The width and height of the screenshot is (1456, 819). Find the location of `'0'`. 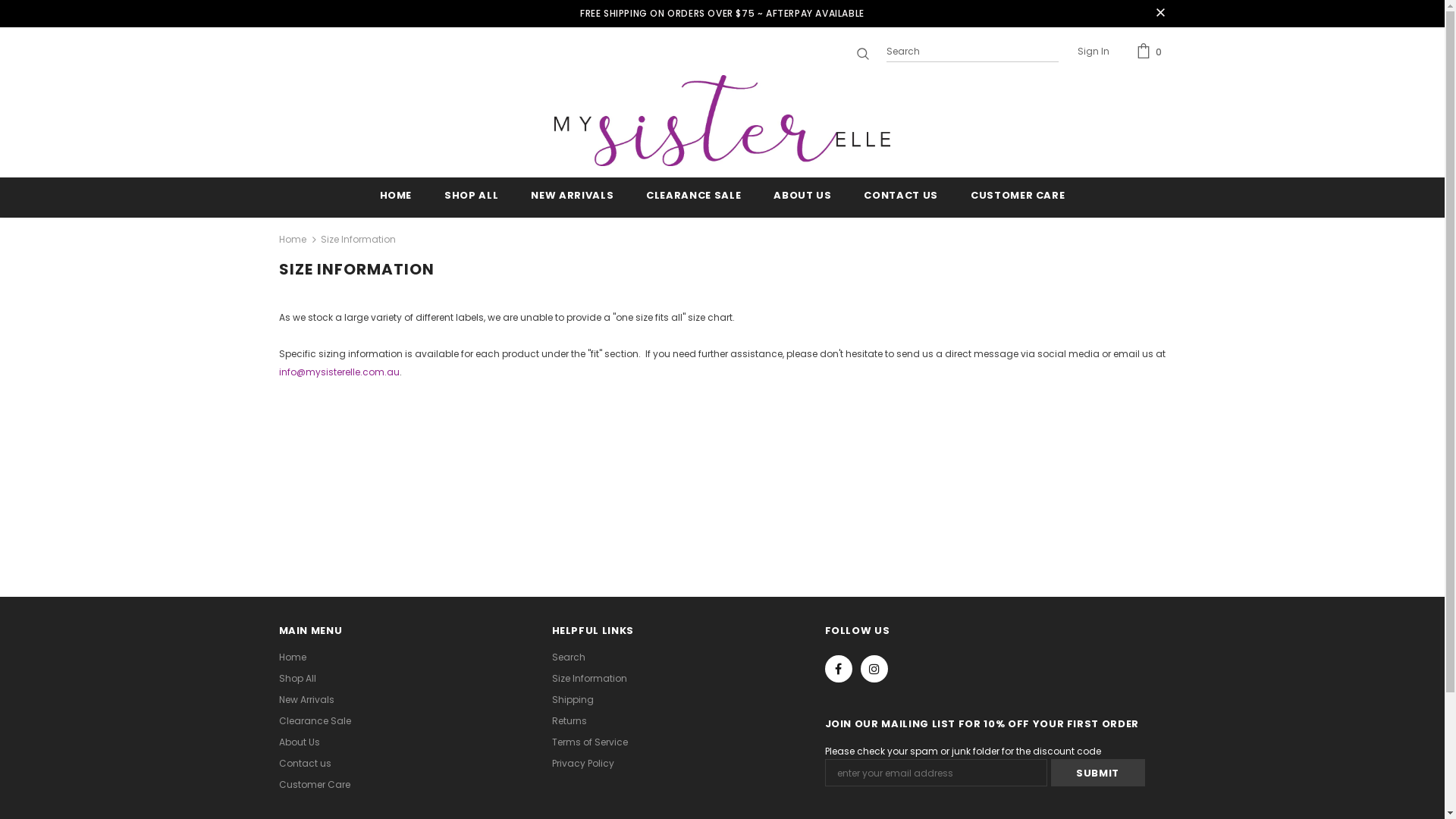

'0' is located at coordinates (1150, 51).